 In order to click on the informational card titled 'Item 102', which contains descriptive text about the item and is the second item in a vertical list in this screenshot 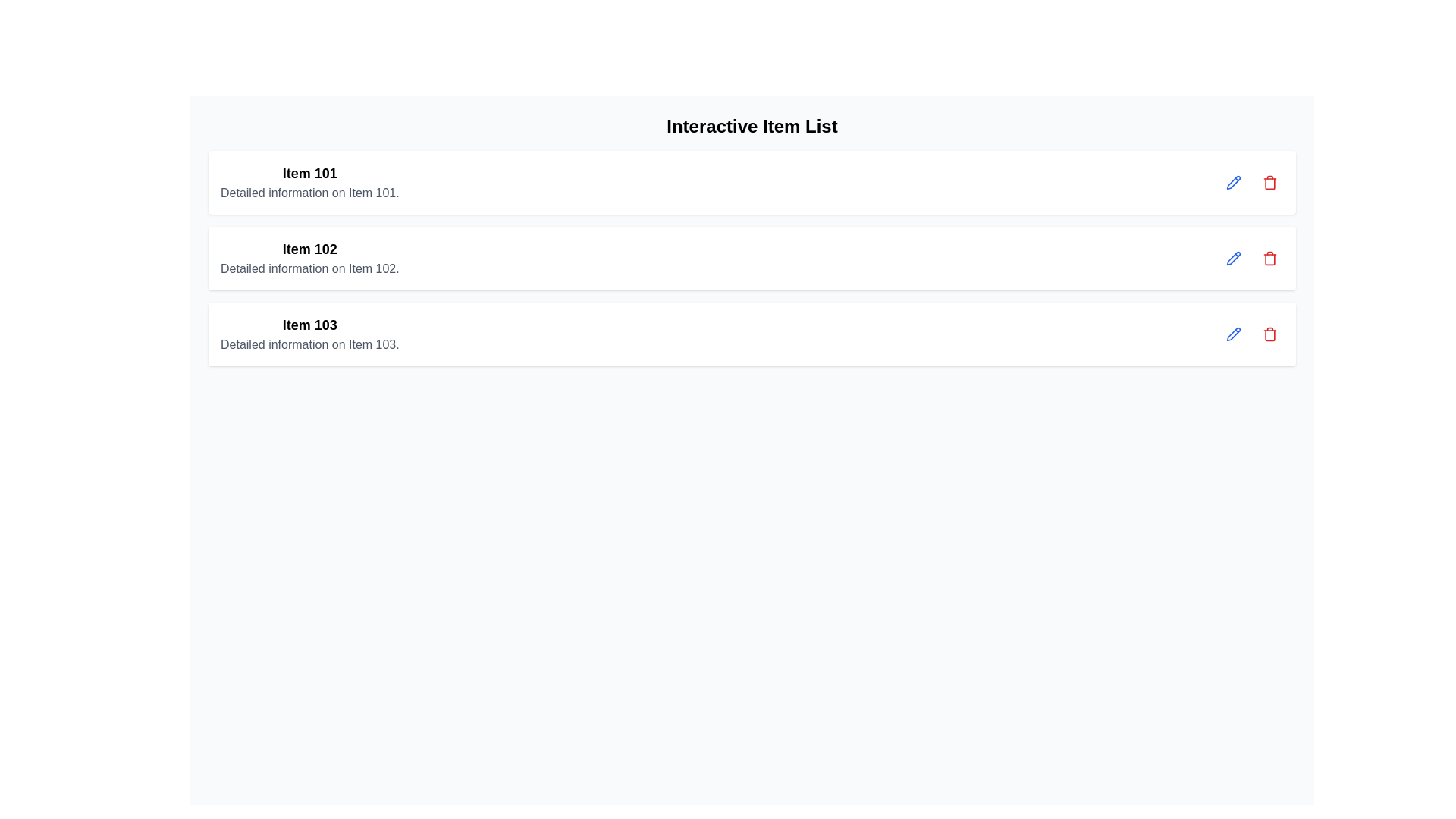, I will do `click(309, 257)`.